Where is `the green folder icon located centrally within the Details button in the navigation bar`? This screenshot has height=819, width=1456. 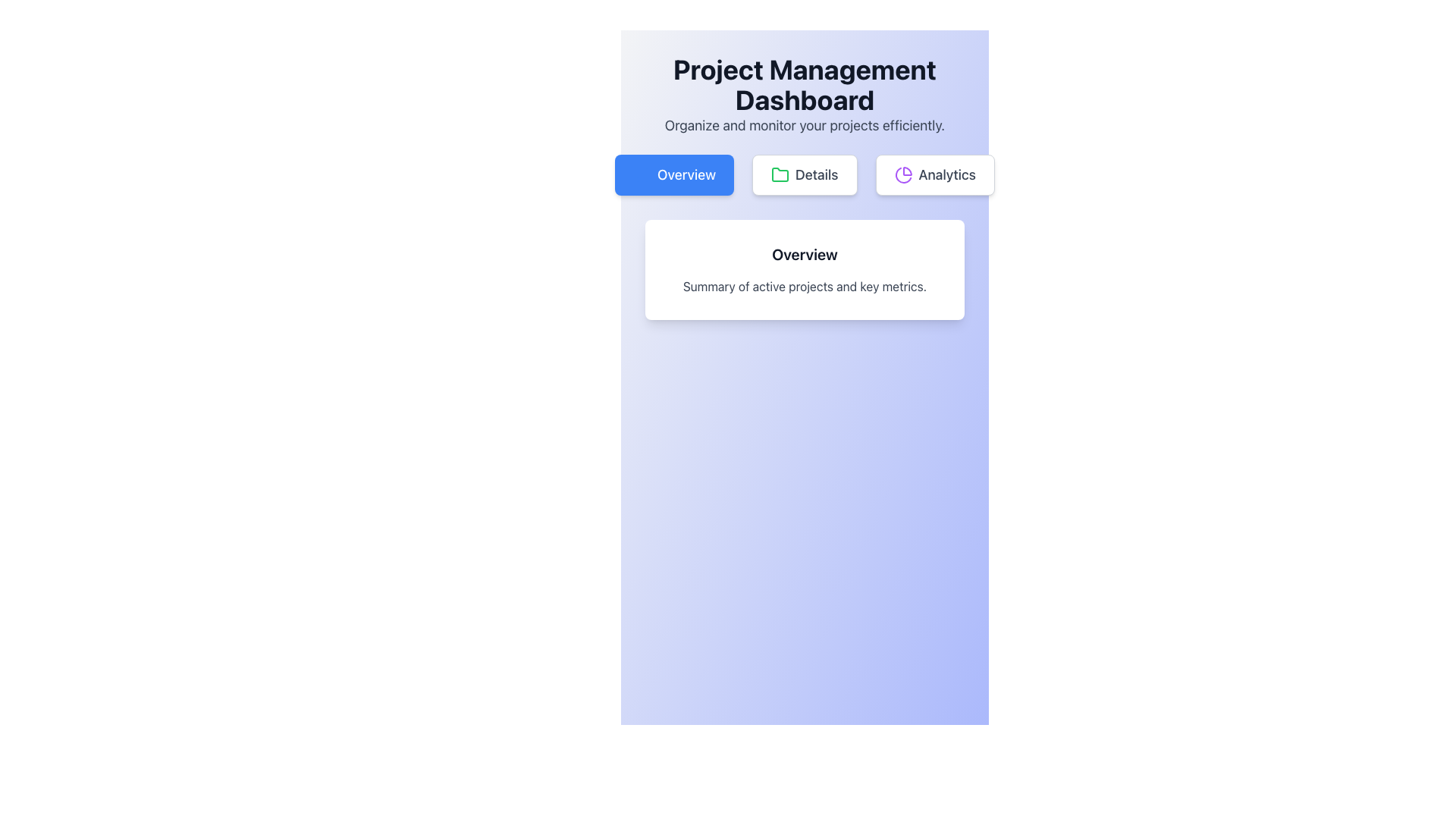 the green folder icon located centrally within the Details button in the navigation bar is located at coordinates (780, 174).